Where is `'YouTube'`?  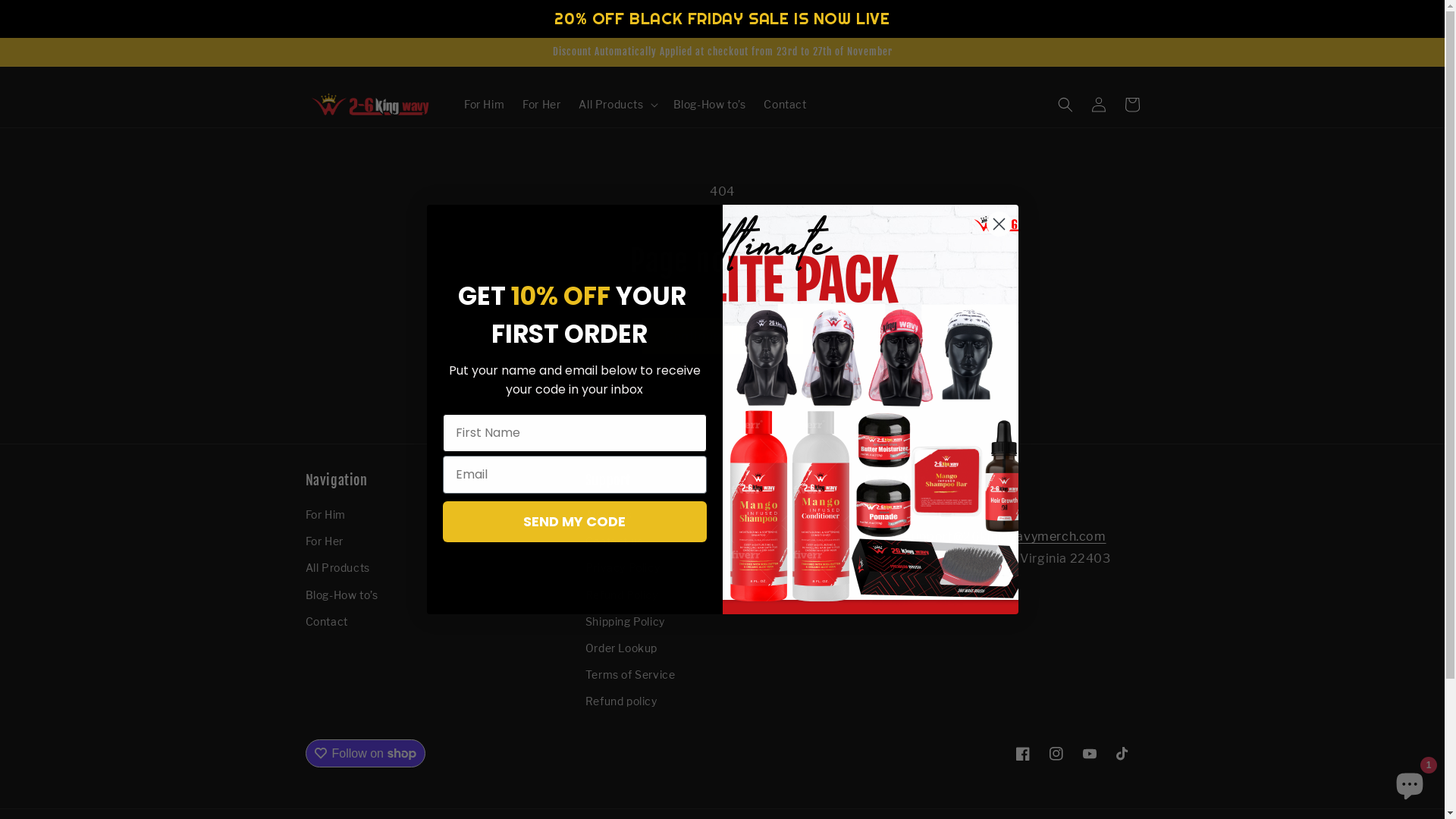
'YouTube' is located at coordinates (1087, 754).